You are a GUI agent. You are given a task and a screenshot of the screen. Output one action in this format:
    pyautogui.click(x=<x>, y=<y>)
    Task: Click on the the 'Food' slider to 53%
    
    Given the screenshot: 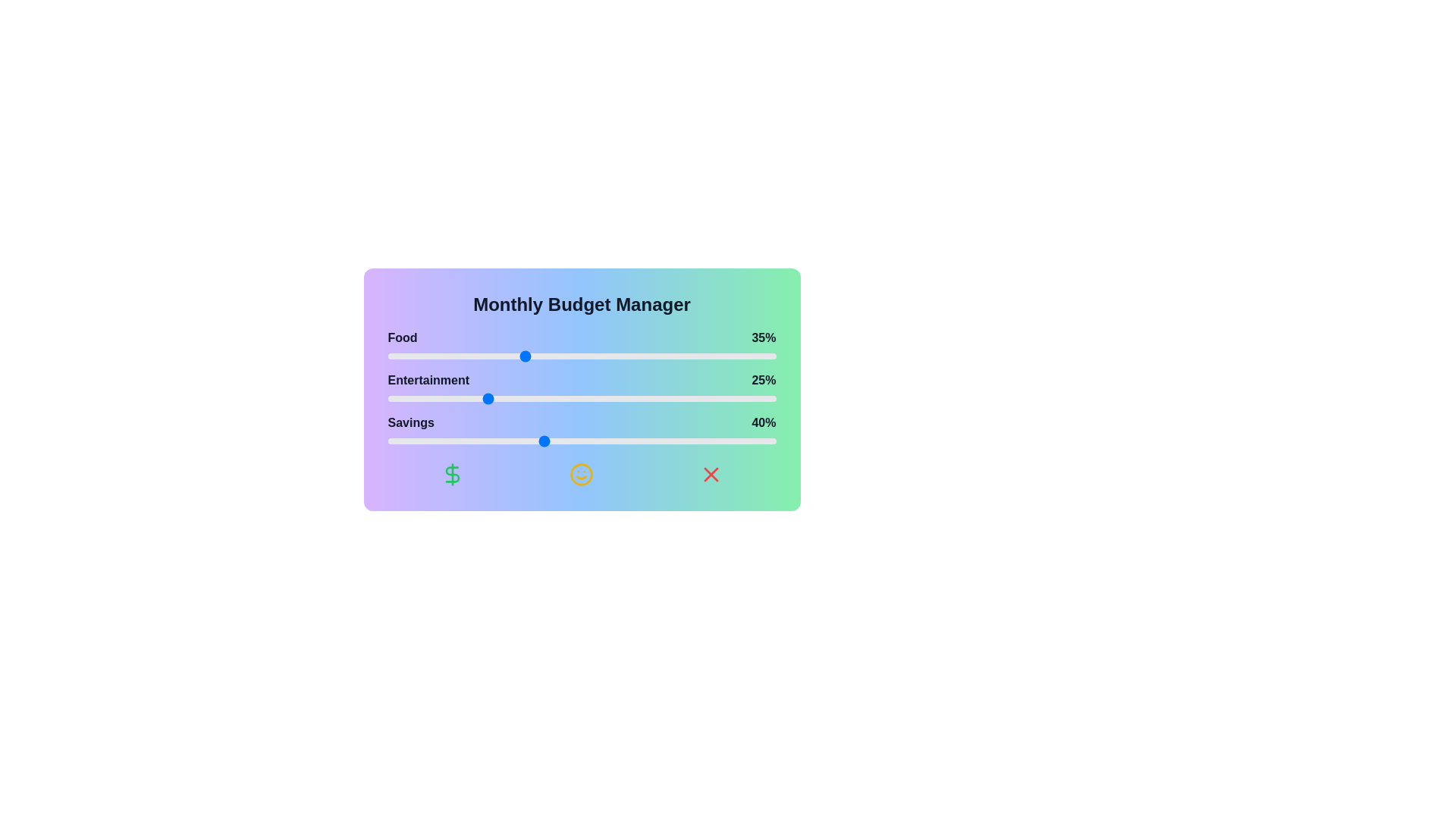 What is the action you would take?
    pyautogui.click(x=592, y=356)
    